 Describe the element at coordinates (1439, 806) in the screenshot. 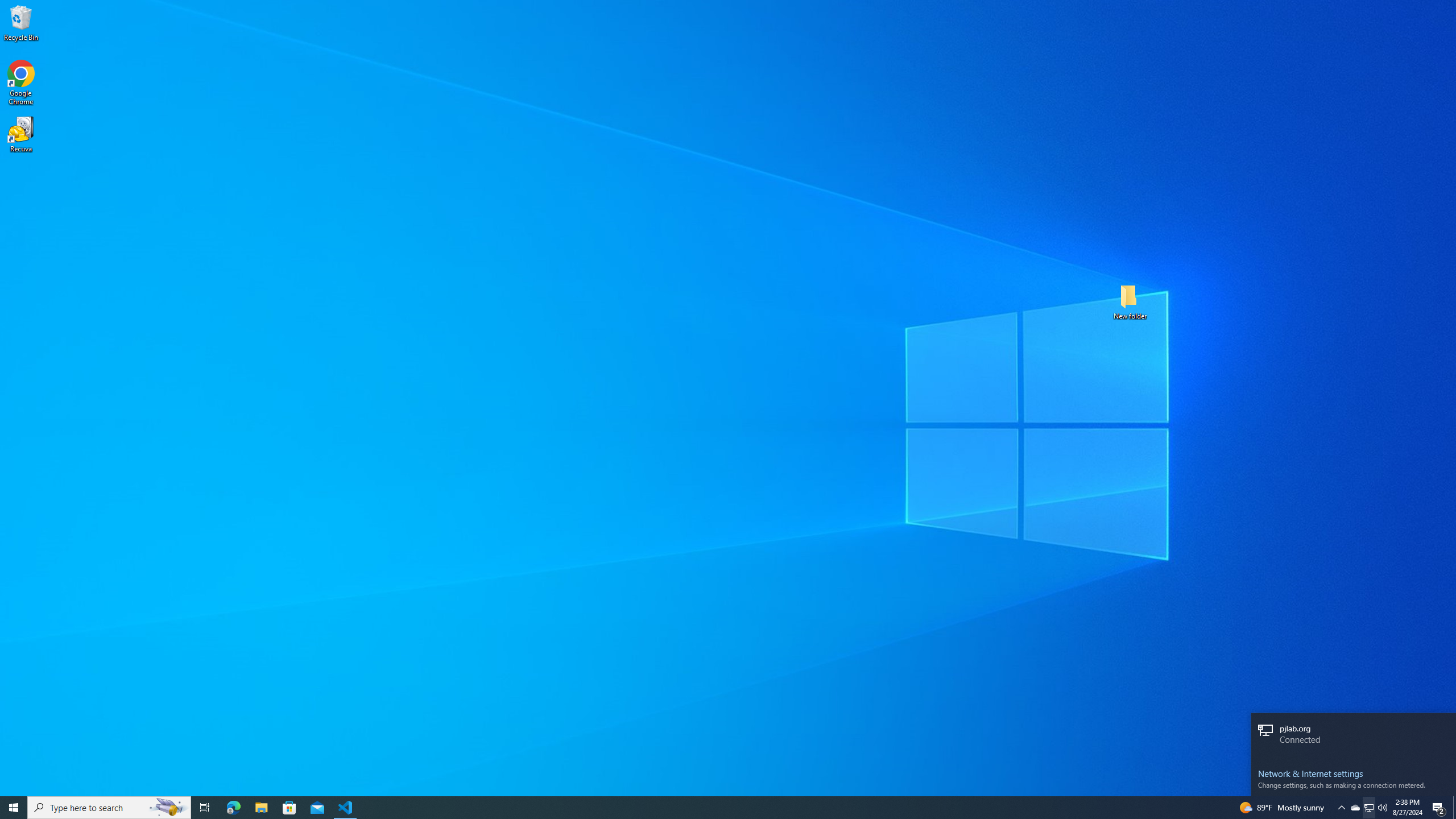

I see `'Action Center, 2 new notifications'` at that location.